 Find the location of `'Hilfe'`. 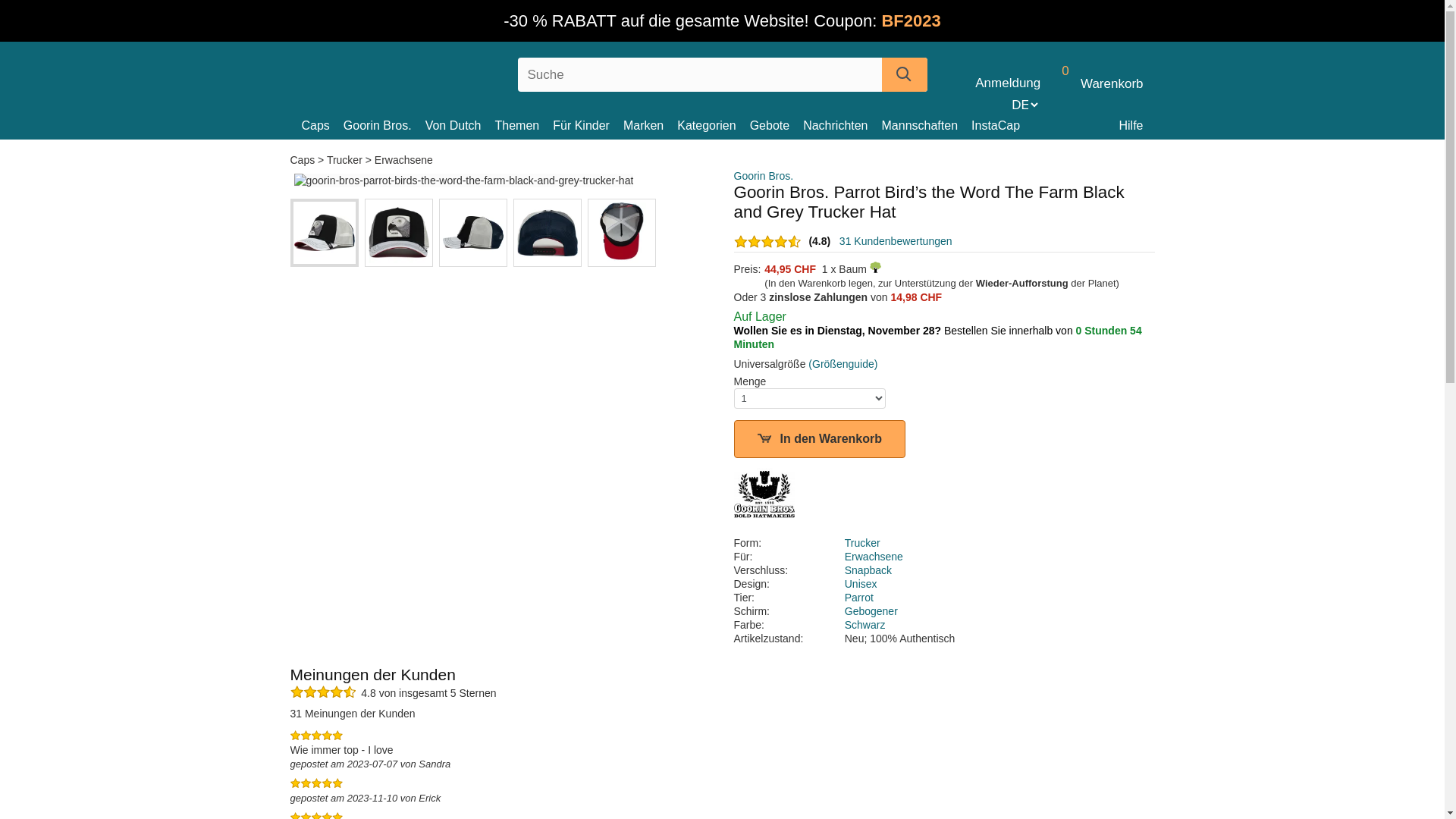

'Hilfe' is located at coordinates (1131, 124).